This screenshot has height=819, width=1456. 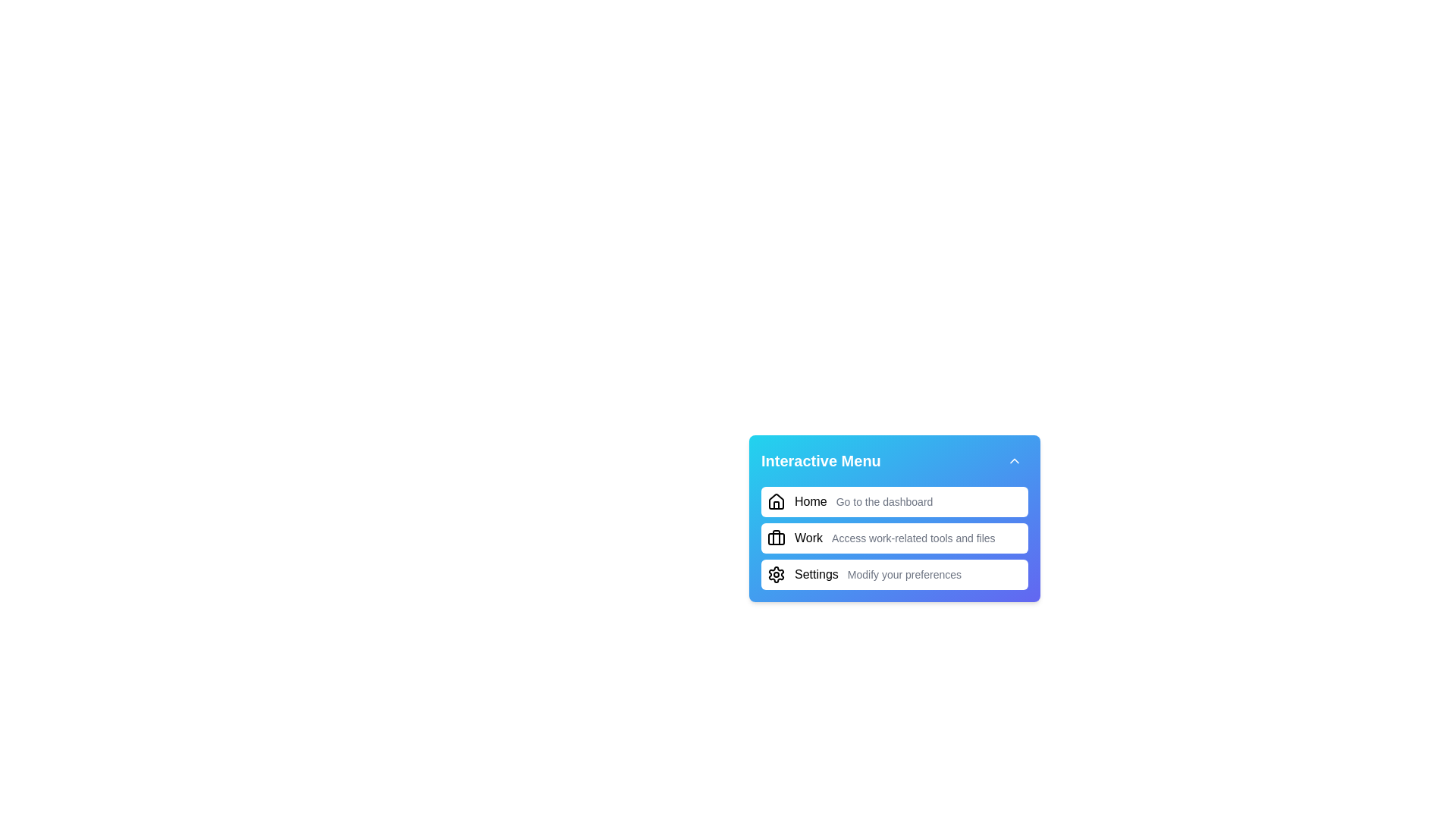 What do you see at coordinates (912, 537) in the screenshot?
I see `the text label providing context for the 'Work' menu item, which is adjacent to the heading text 'Work' and aligned with a briefcase icon` at bounding box center [912, 537].